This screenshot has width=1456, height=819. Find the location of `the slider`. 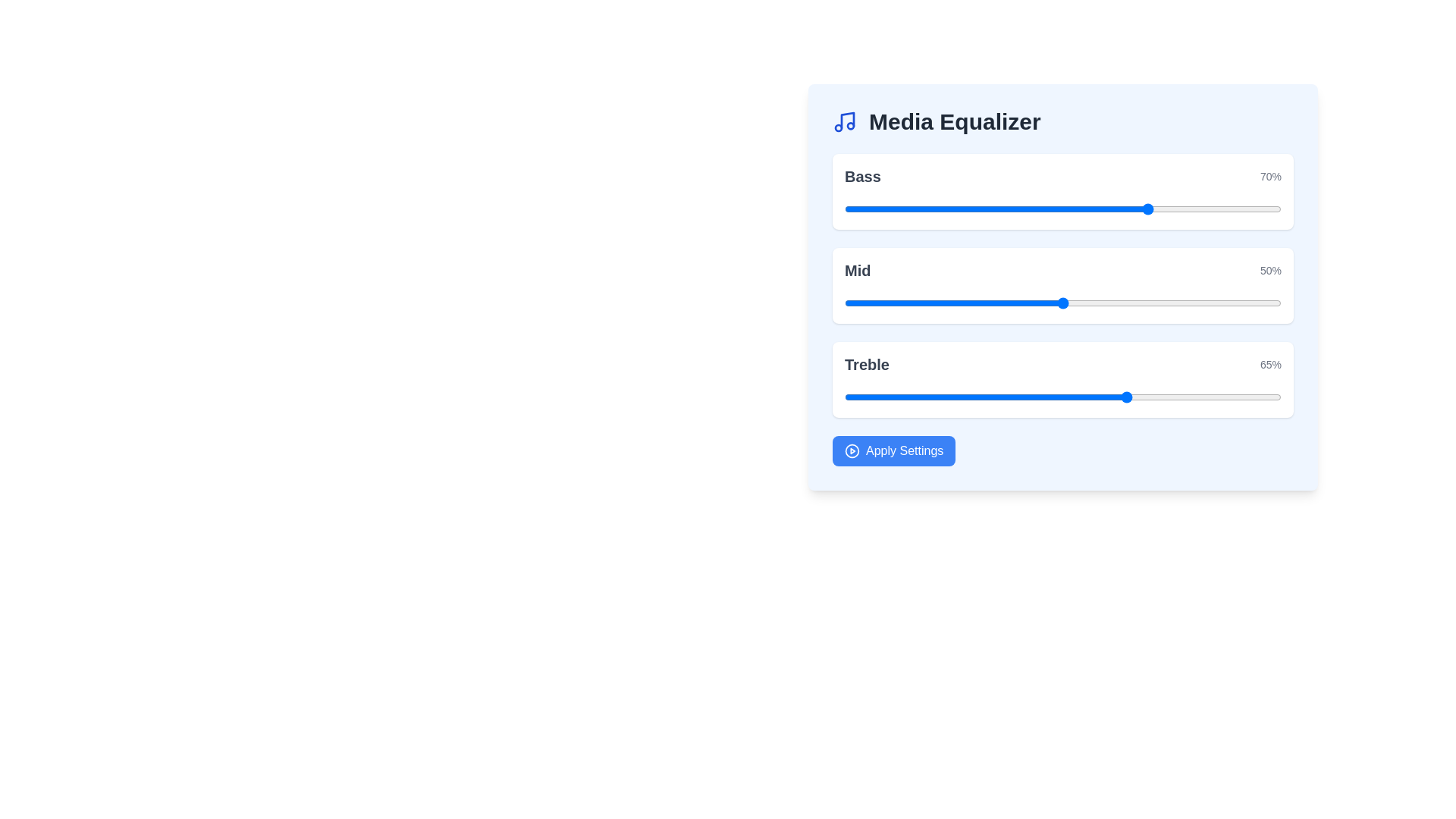

the slider is located at coordinates (1062, 303).